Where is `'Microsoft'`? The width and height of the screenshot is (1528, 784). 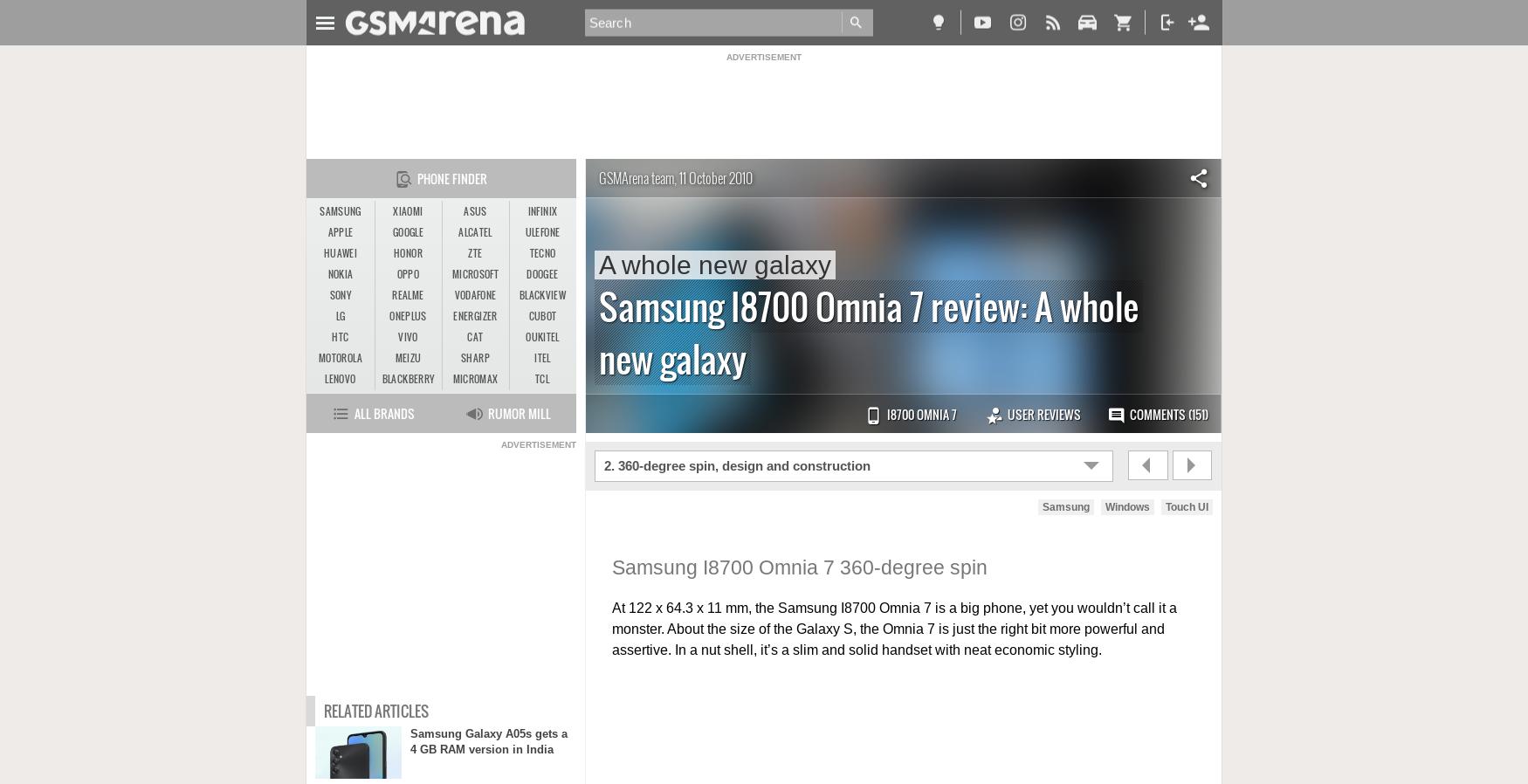
'Microsoft' is located at coordinates (474, 274).